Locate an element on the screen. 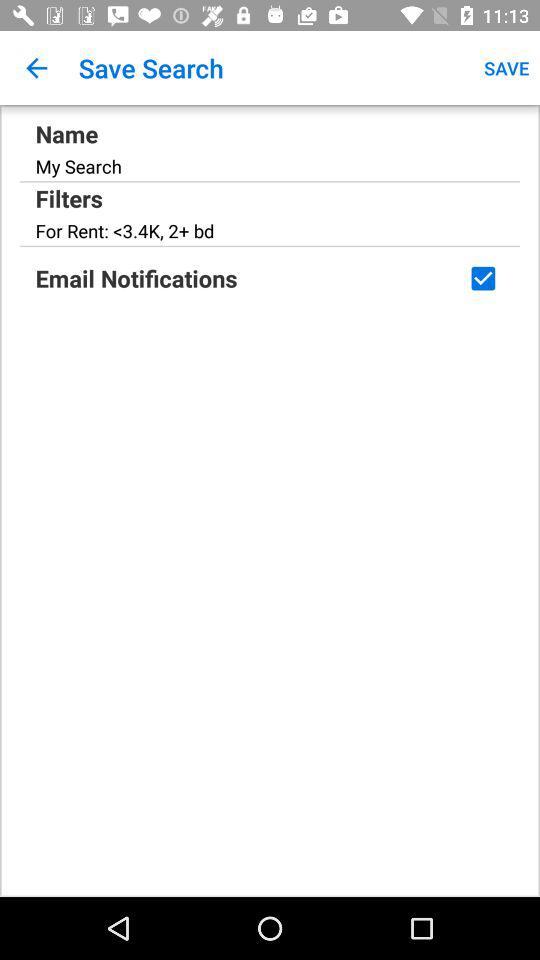 This screenshot has width=540, height=960. receive email notifications is located at coordinates (482, 277).